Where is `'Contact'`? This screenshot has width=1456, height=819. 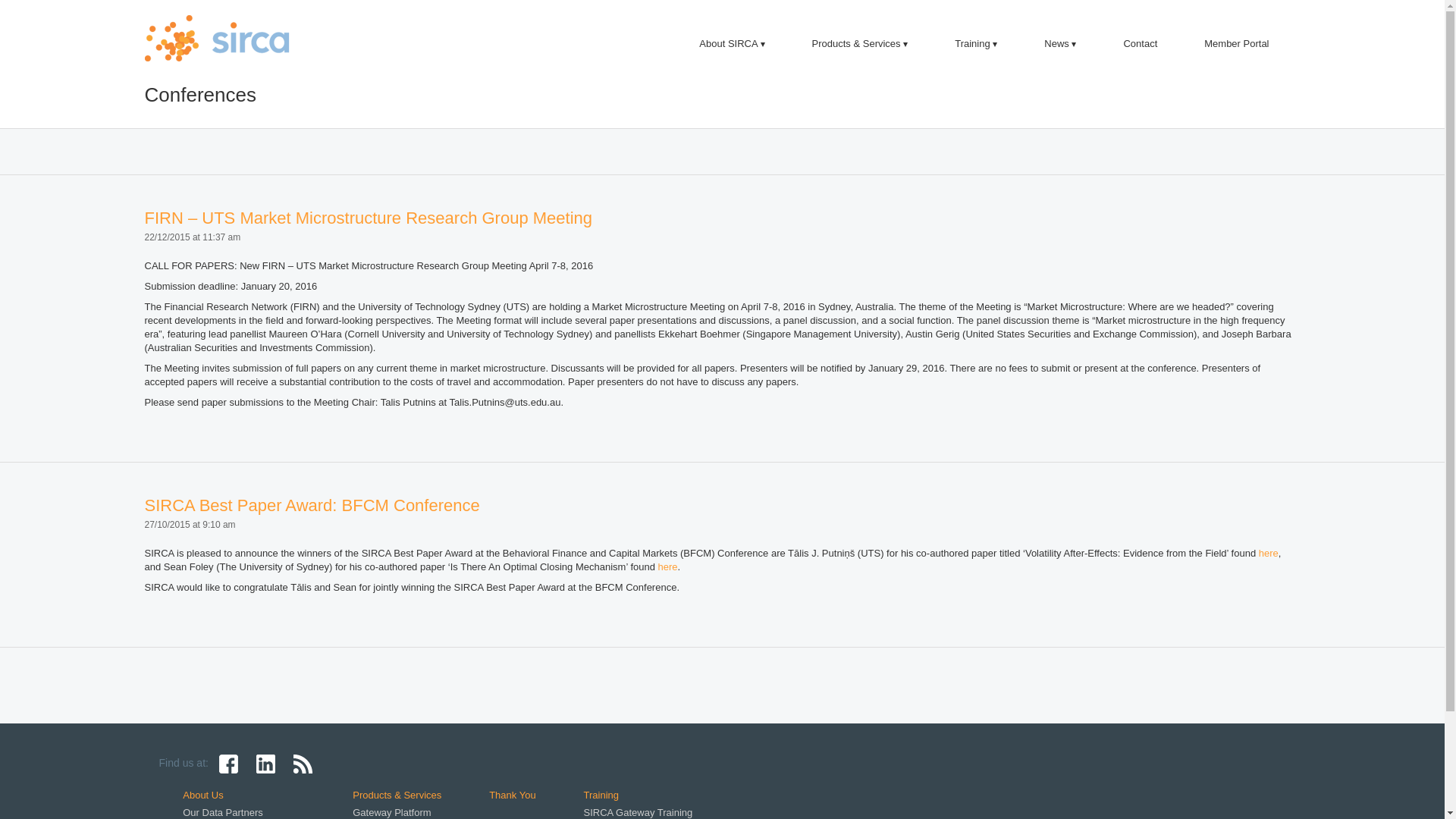
'Contact' is located at coordinates (1140, 42).